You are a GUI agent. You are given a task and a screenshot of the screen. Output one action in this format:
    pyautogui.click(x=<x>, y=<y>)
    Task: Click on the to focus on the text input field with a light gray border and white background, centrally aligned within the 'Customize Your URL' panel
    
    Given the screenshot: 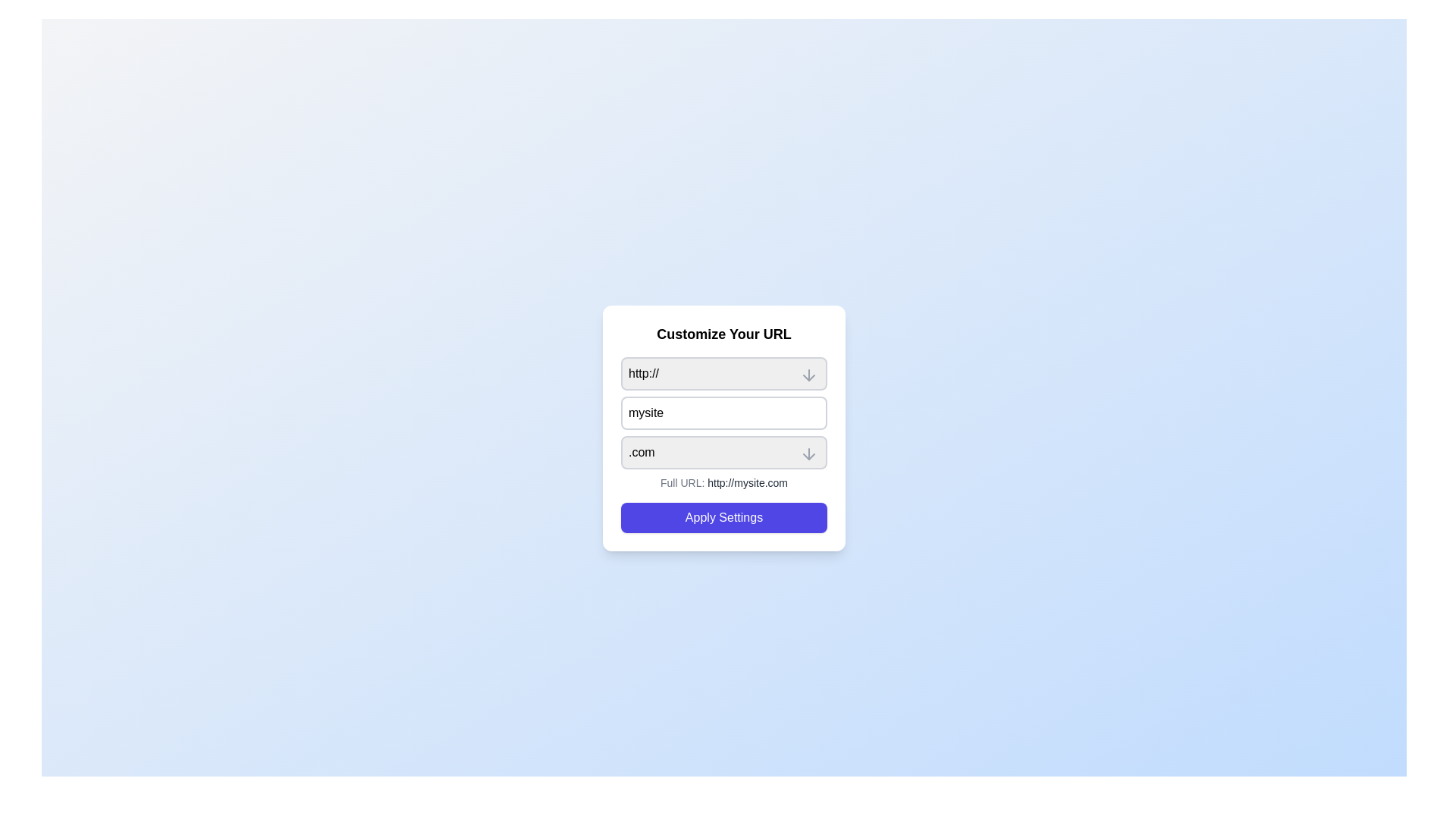 What is the action you would take?
    pyautogui.click(x=723, y=424)
    